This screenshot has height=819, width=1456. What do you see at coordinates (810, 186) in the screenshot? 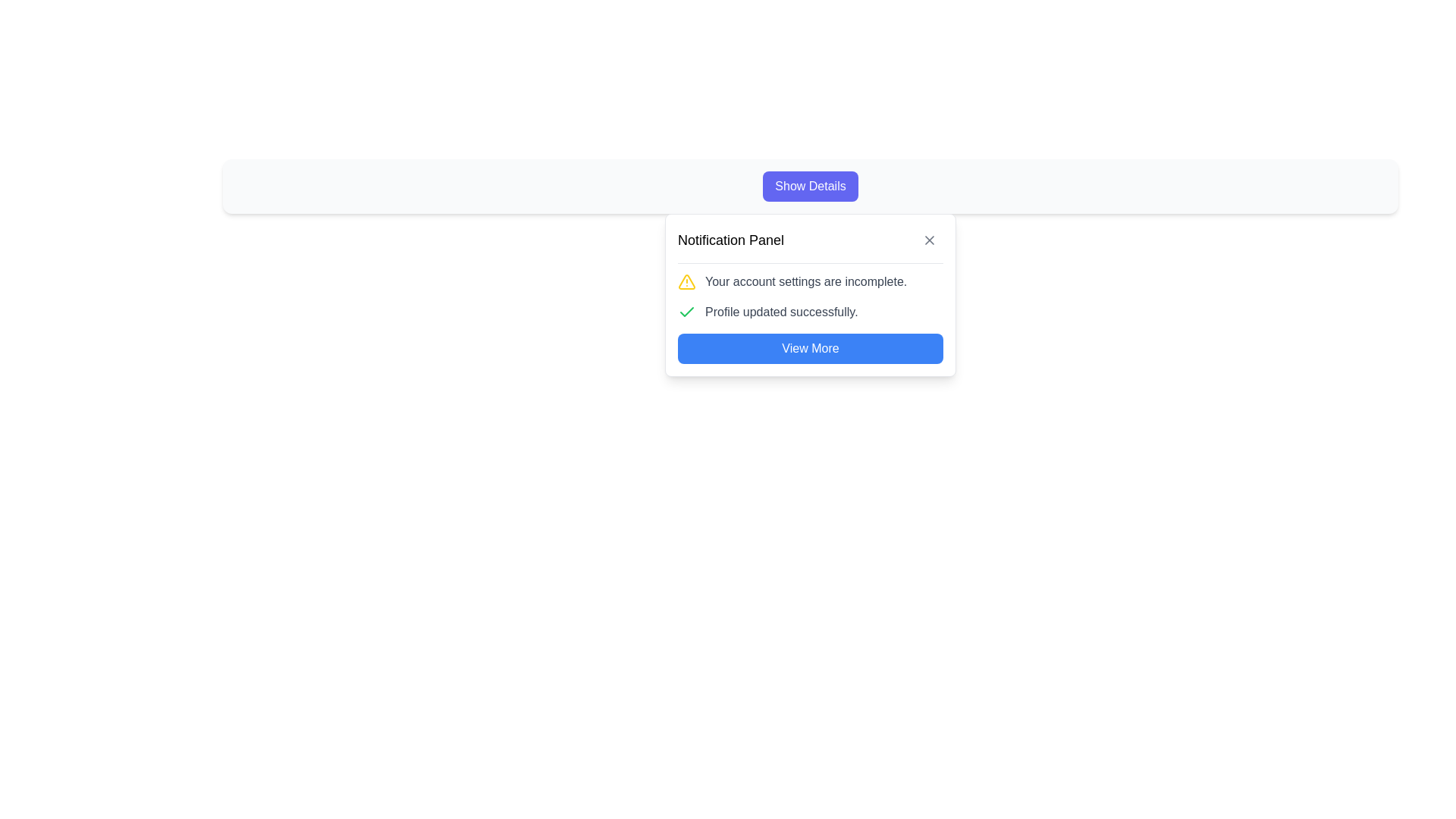
I see `the button that reveals additional information, located at the top of the view` at bounding box center [810, 186].